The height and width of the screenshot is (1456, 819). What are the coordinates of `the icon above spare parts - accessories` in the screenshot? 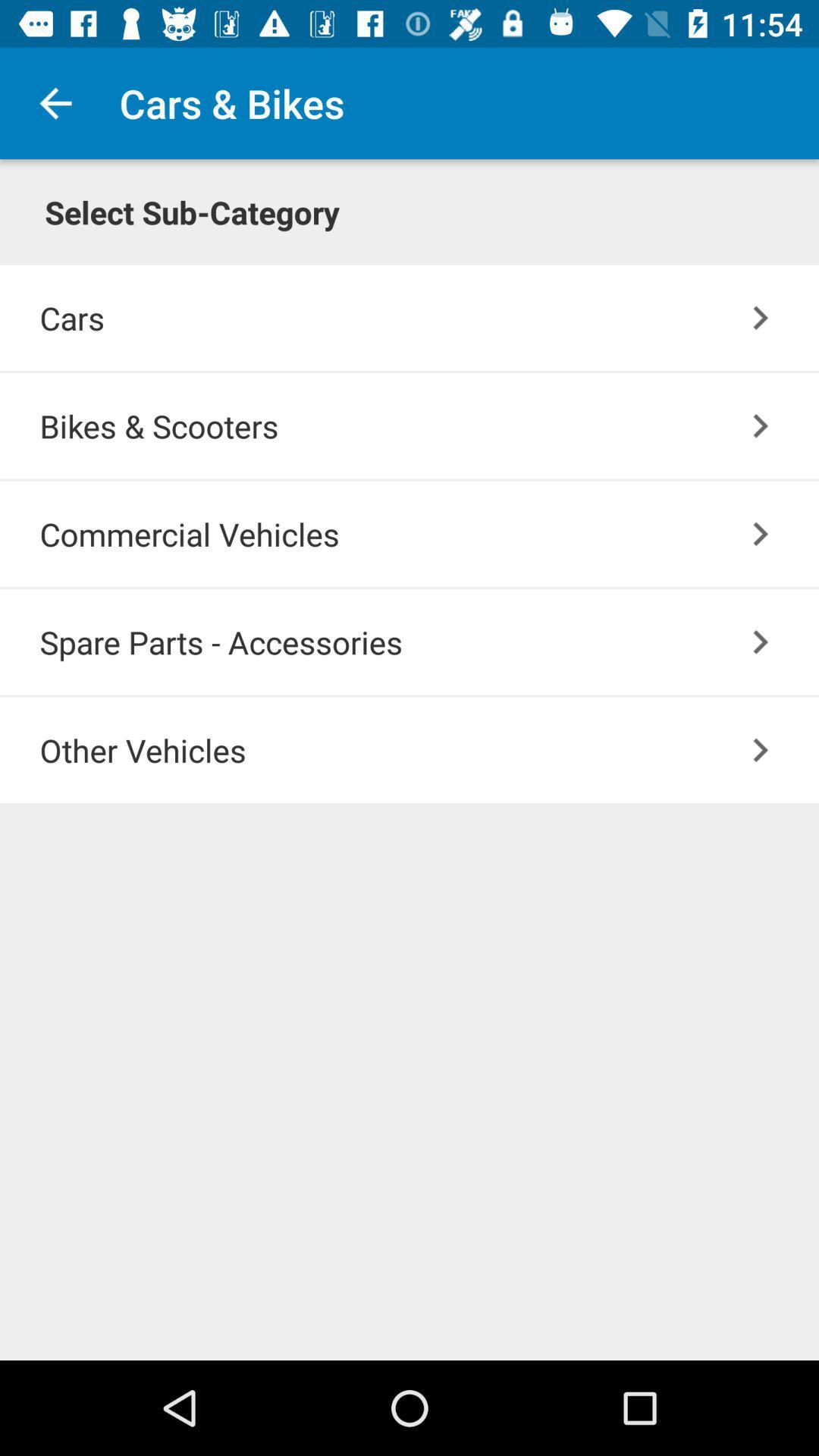 It's located at (429, 534).